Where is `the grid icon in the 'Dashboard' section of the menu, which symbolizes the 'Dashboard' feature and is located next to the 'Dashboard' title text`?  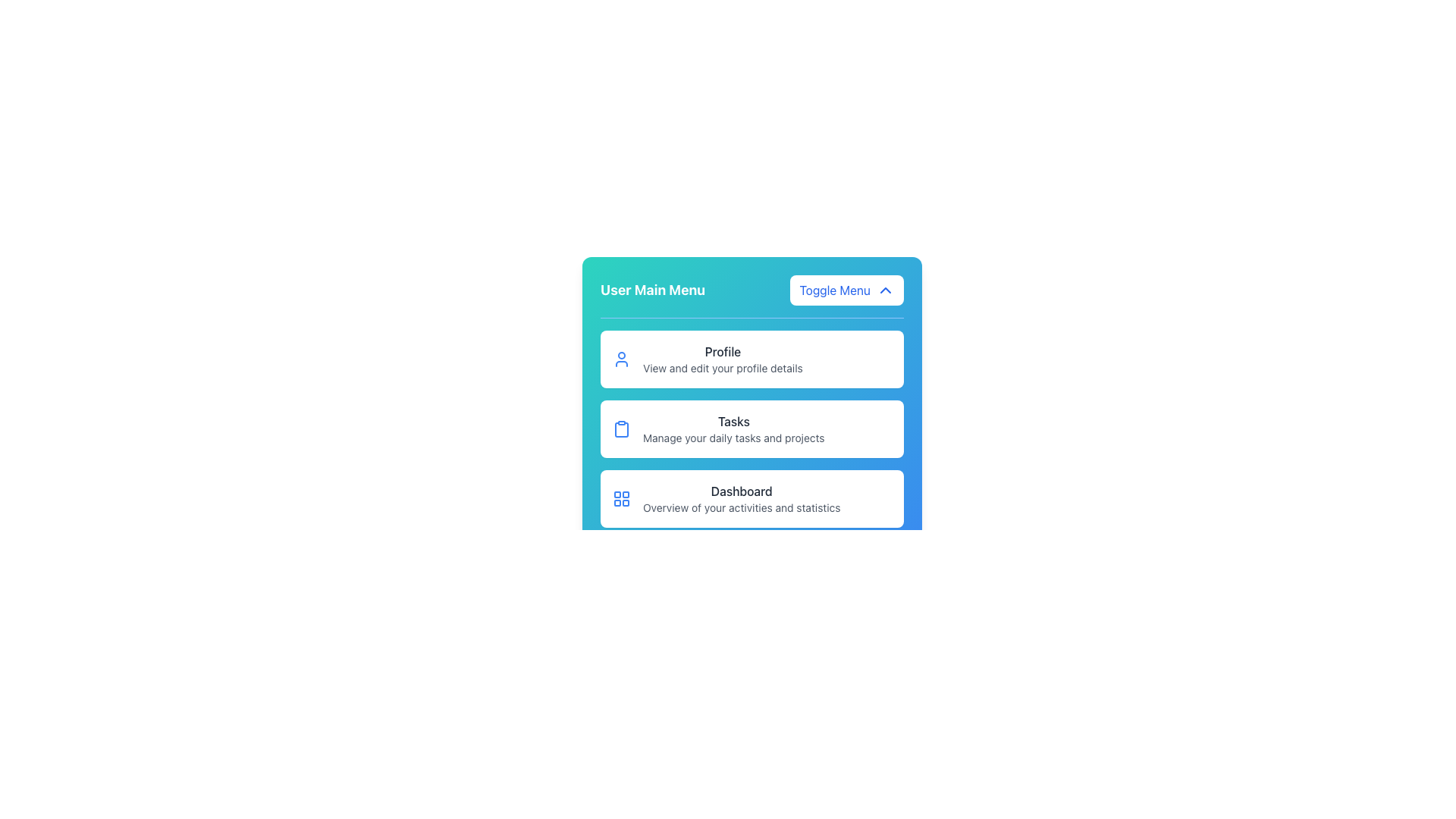
the grid icon in the 'Dashboard' section of the menu, which symbolizes the 'Dashboard' feature and is located next to the 'Dashboard' title text is located at coordinates (622, 499).